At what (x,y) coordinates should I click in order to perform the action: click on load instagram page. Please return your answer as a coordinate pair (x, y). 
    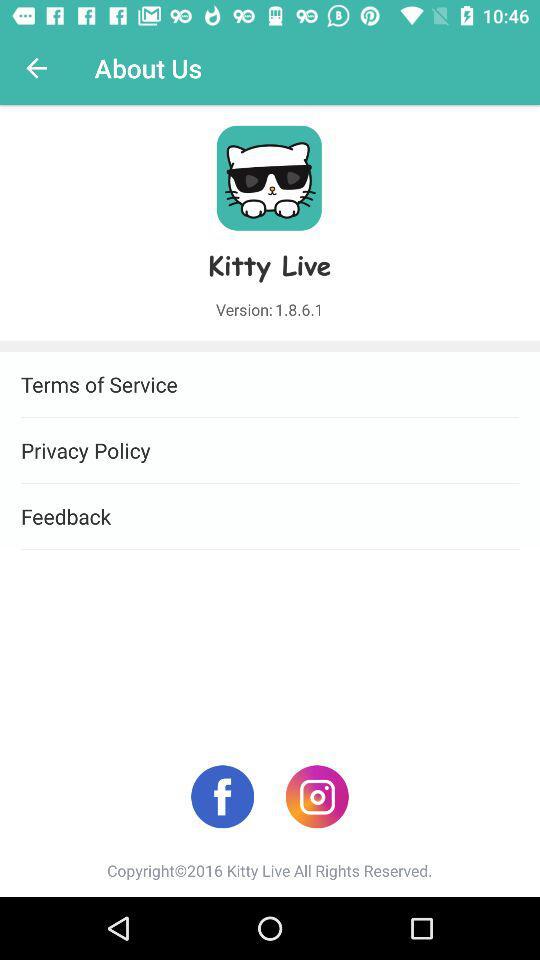
    Looking at the image, I should click on (317, 796).